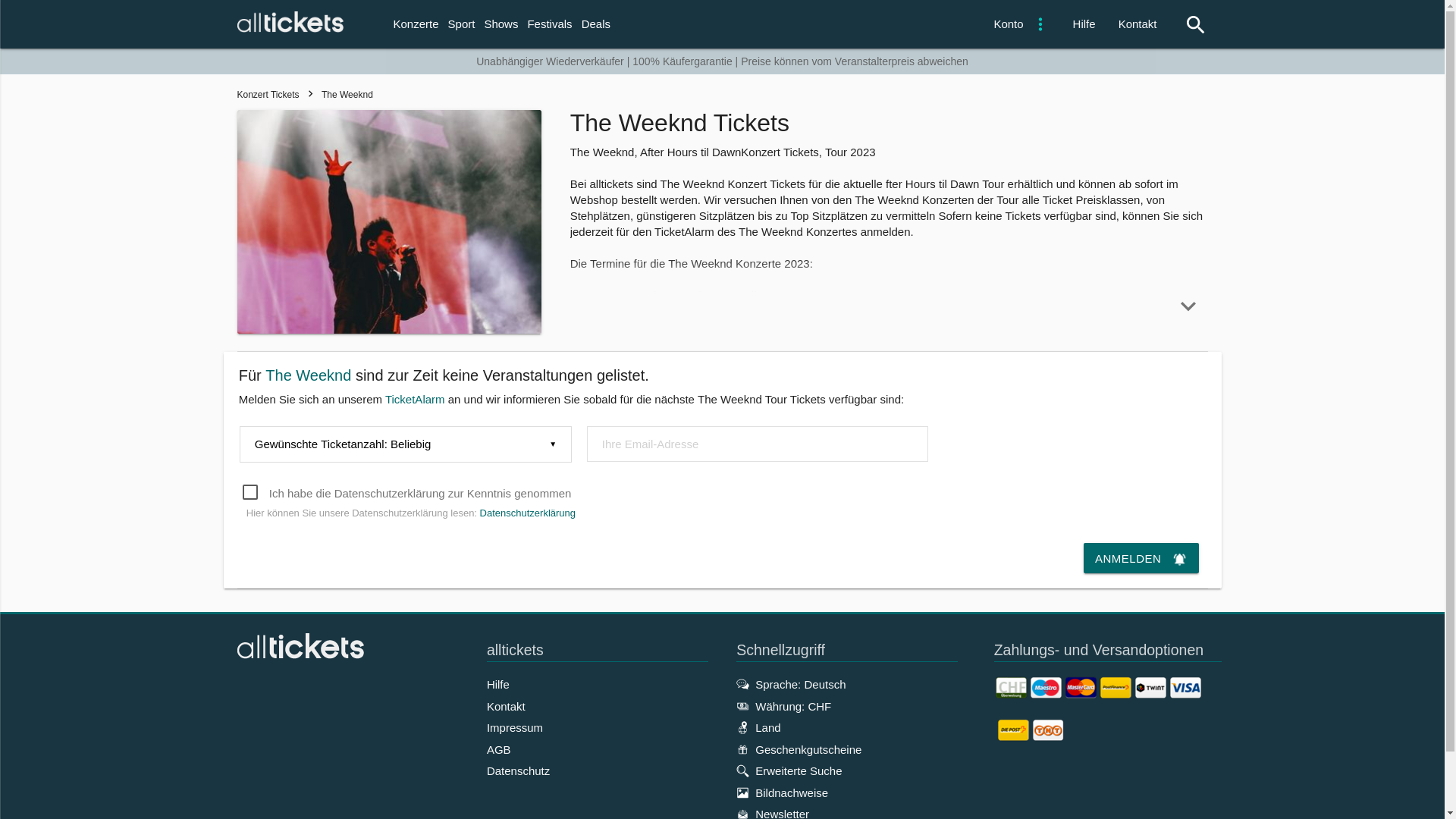  I want to click on 'Geschenkgutscheine', so click(798, 748).